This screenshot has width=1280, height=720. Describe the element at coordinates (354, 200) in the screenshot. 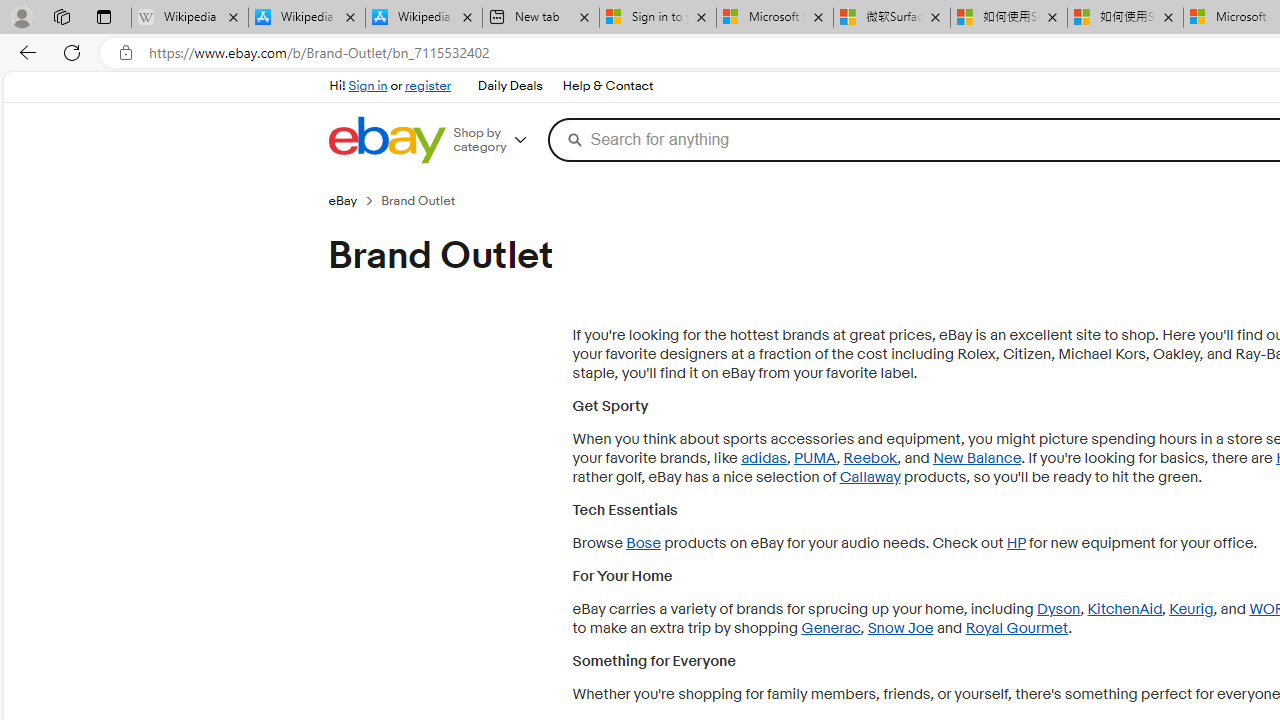

I see `'eBay'` at that location.